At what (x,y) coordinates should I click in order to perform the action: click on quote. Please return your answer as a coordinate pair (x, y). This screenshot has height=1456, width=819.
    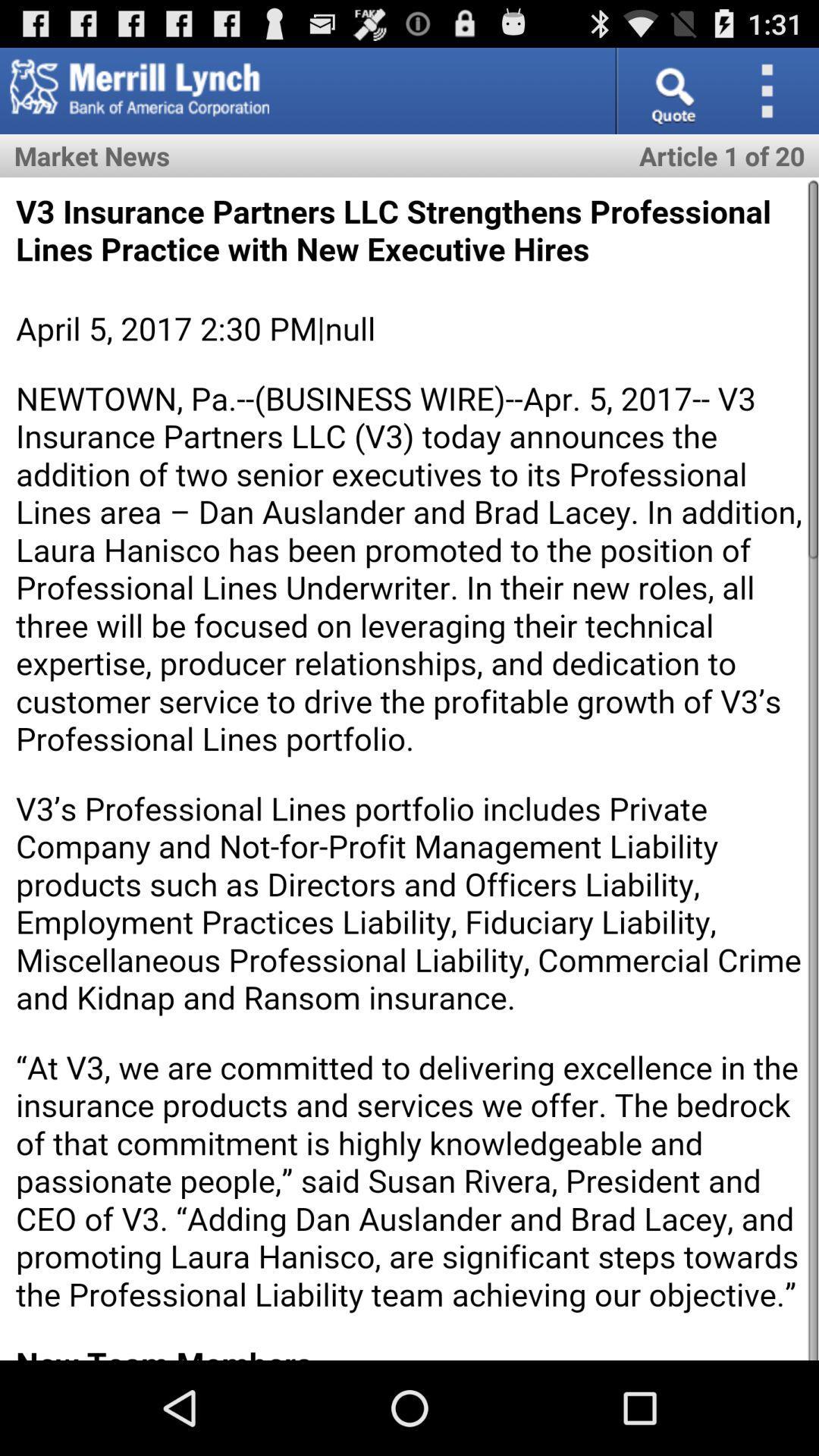
    Looking at the image, I should click on (670, 90).